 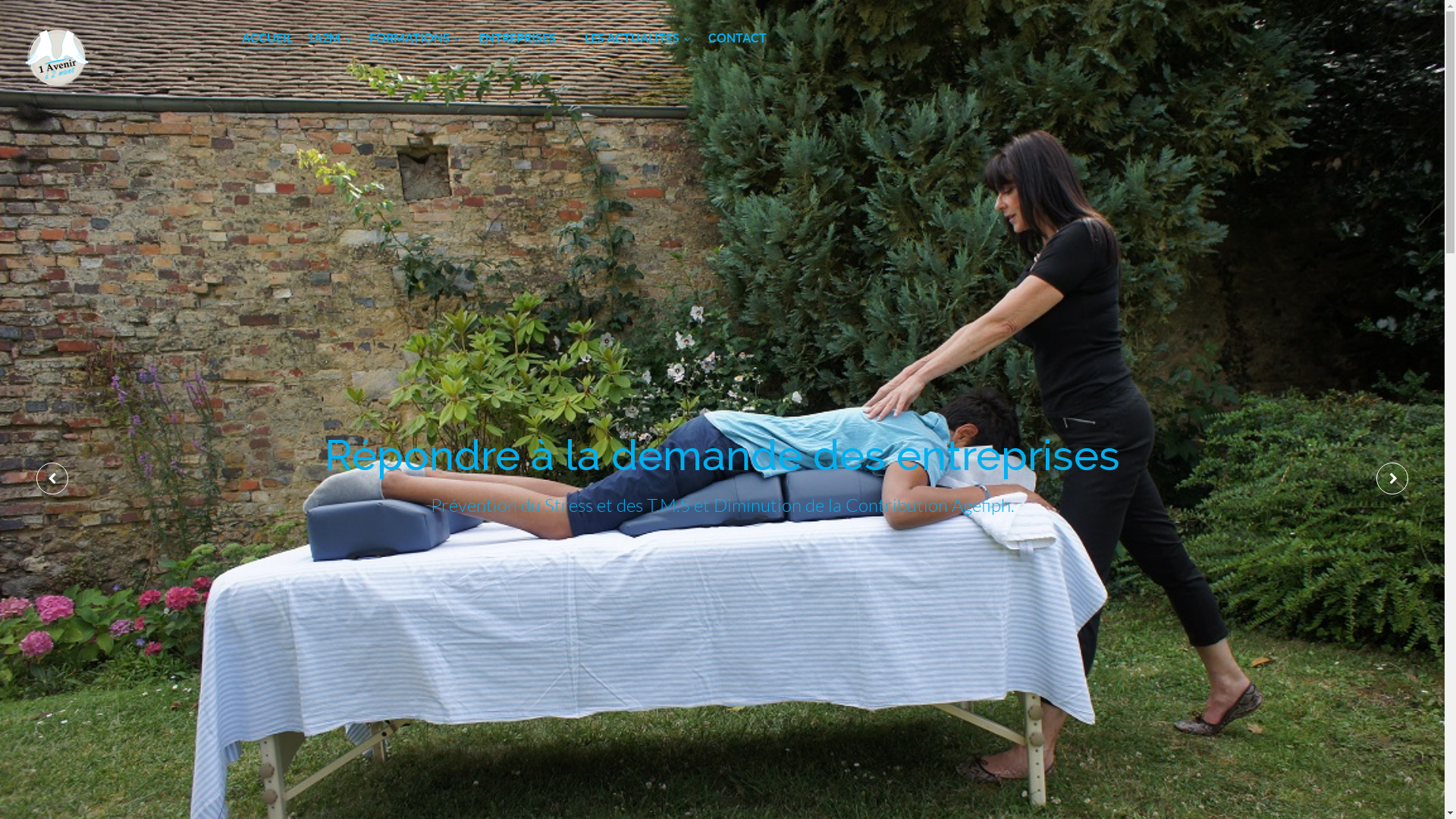 What do you see at coordinates (737, 38) in the screenshot?
I see `'CONTACT'` at bounding box center [737, 38].